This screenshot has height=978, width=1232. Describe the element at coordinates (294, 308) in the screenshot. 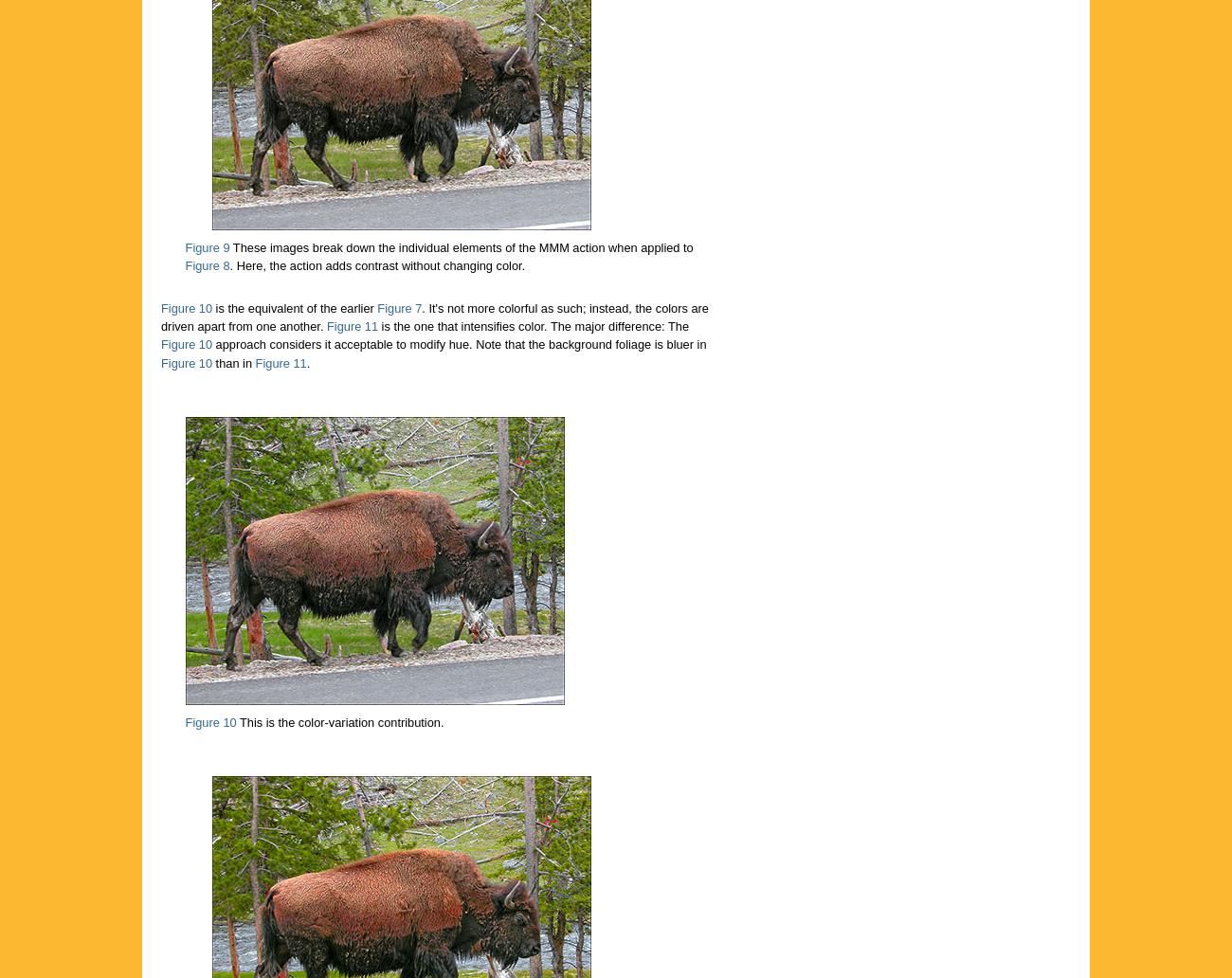

I see `'is the equivalent of the earlier'` at that location.